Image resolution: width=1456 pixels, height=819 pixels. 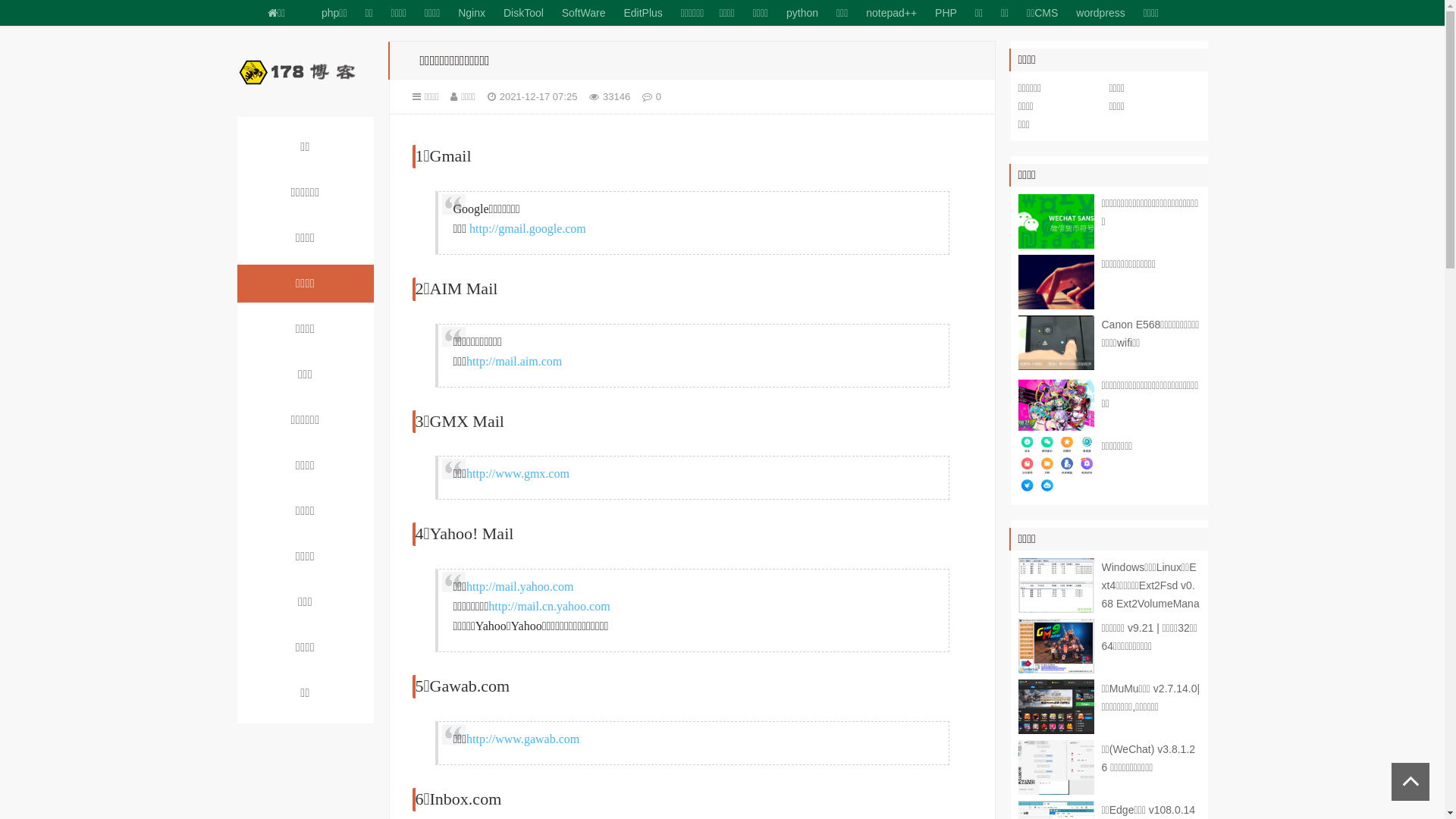 I want to click on 'http://www.gawab.com', so click(x=465, y=738).